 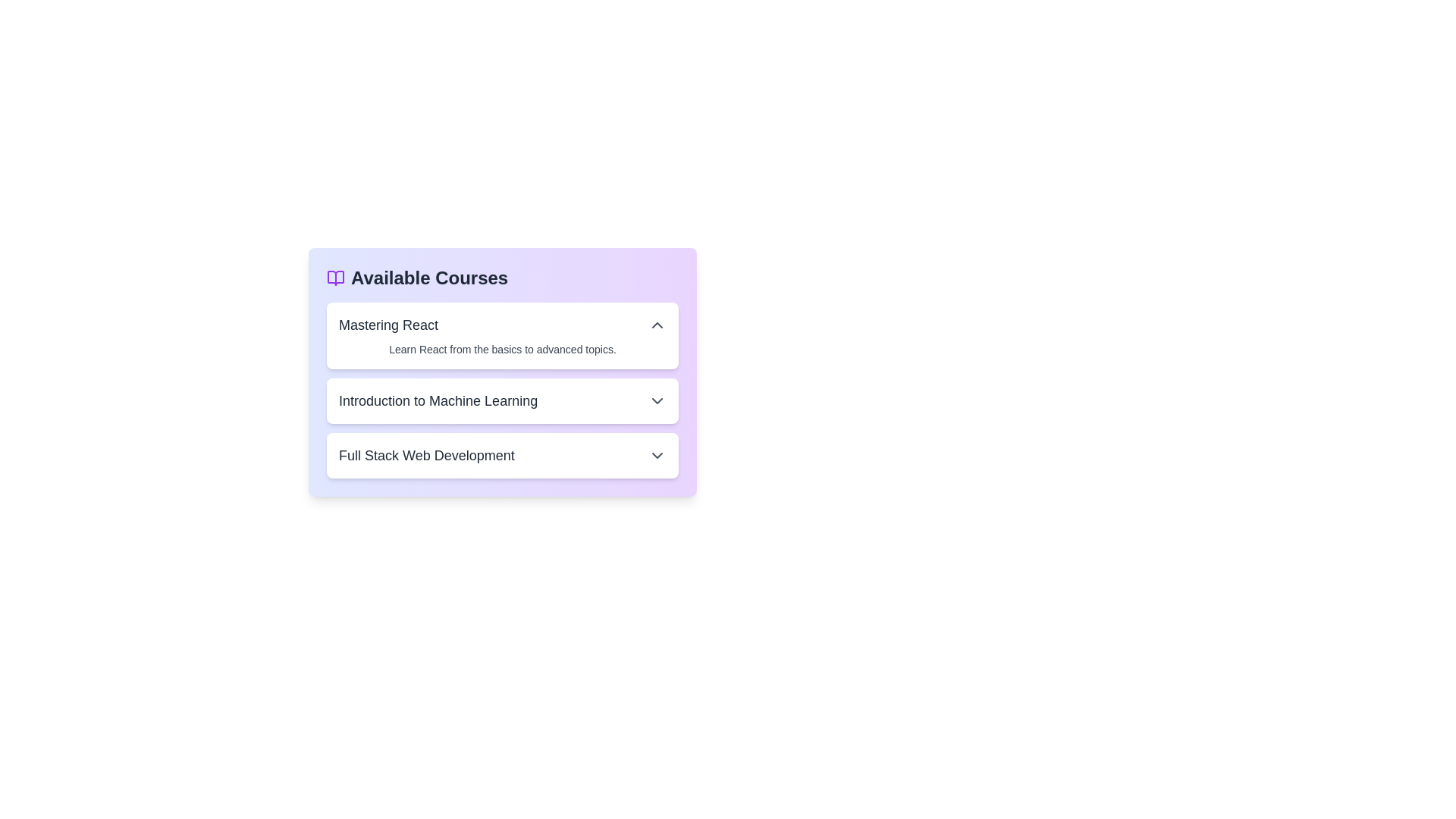 I want to click on the course item titled Full Stack Web Development, so click(x=502, y=455).